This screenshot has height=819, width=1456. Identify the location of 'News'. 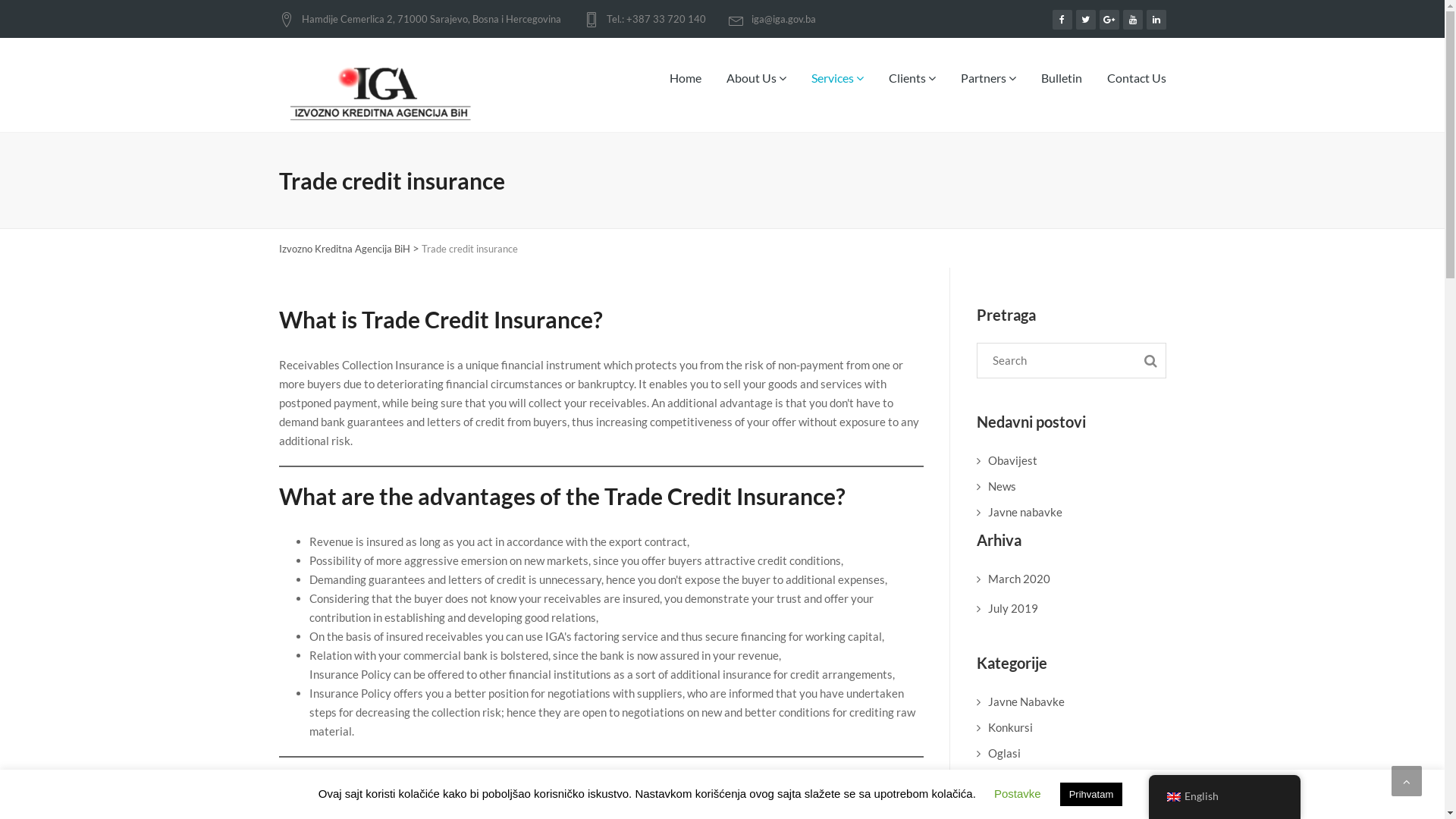
(1001, 485).